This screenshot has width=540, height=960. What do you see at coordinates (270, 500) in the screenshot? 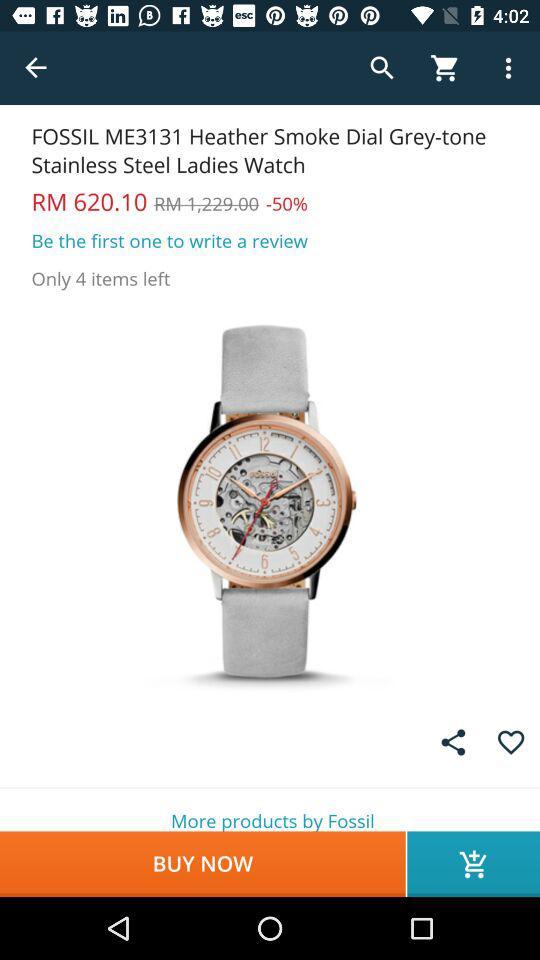
I see `open image` at bounding box center [270, 500].